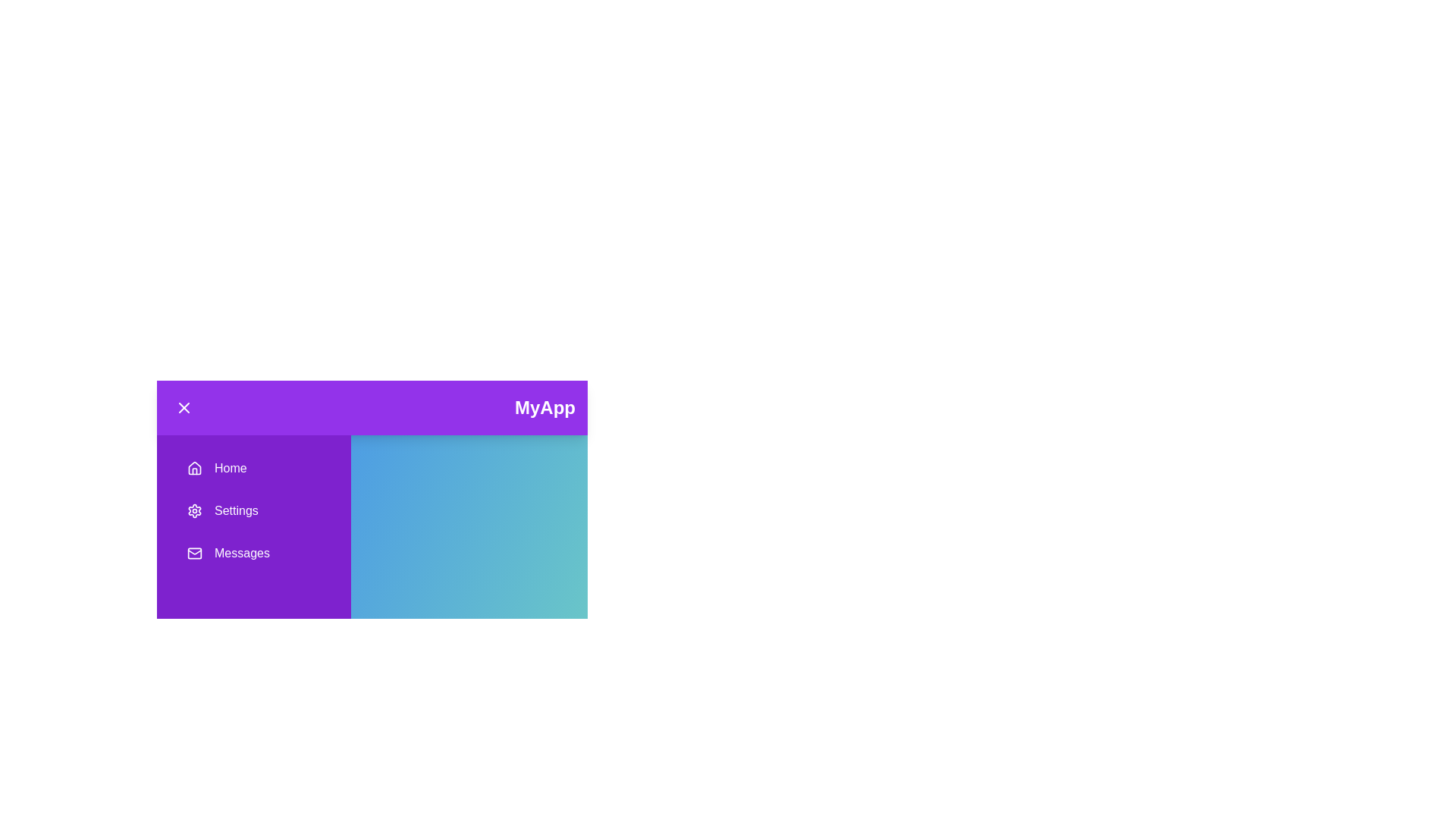 The image size is (1456, 819). What do you see at coordinates (254, 467) in the screenshot?
I see `the 'Home' button in the navigation menu` at bounding box center [254, 467].